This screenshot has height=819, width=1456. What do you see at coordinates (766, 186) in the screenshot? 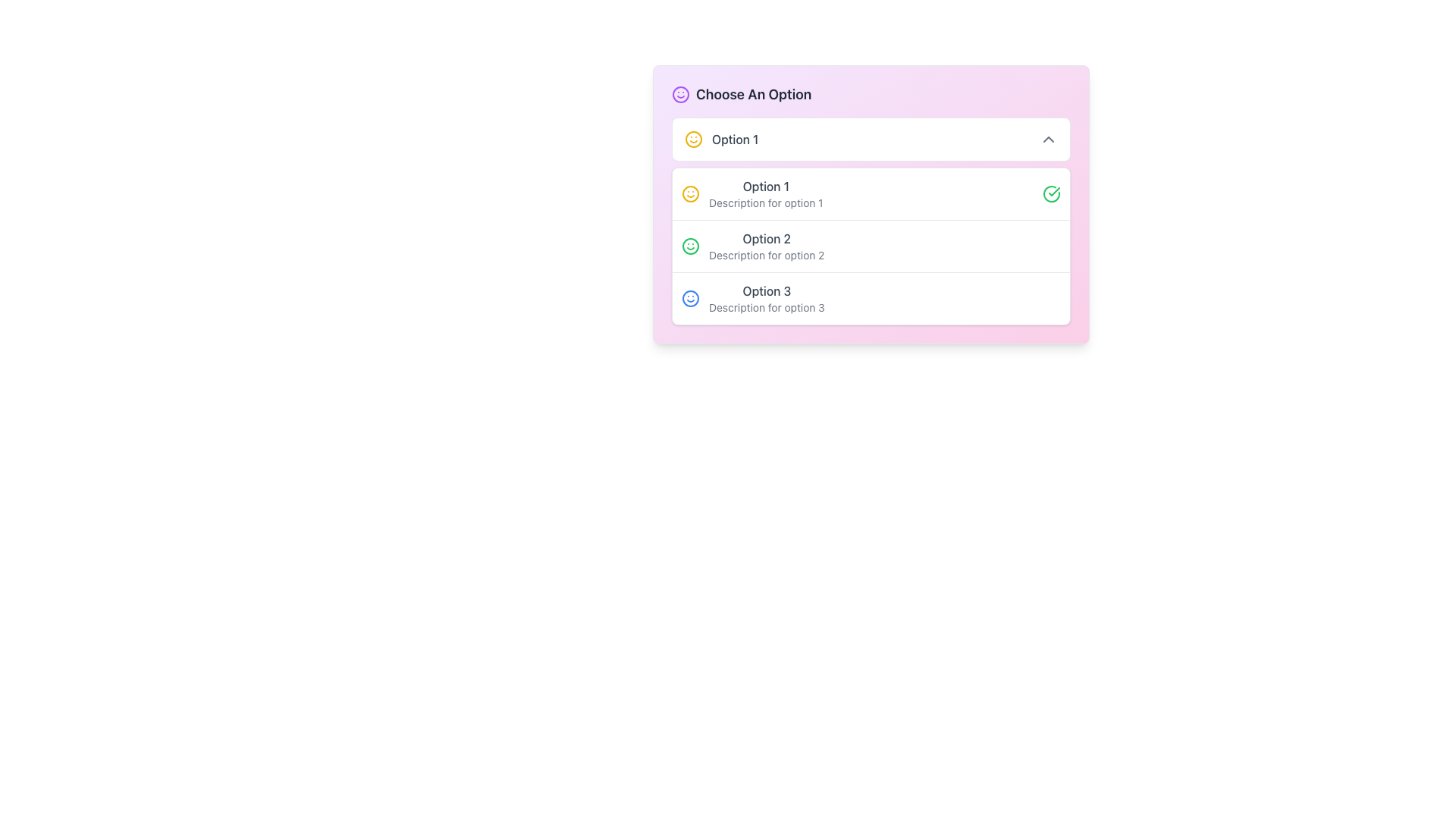
I see `the text element displaying 'Option 1', which is part of the selectable list titled 'Choose An Option', positioned next to a yellow emoji icon` at bounding box center [766, 186].